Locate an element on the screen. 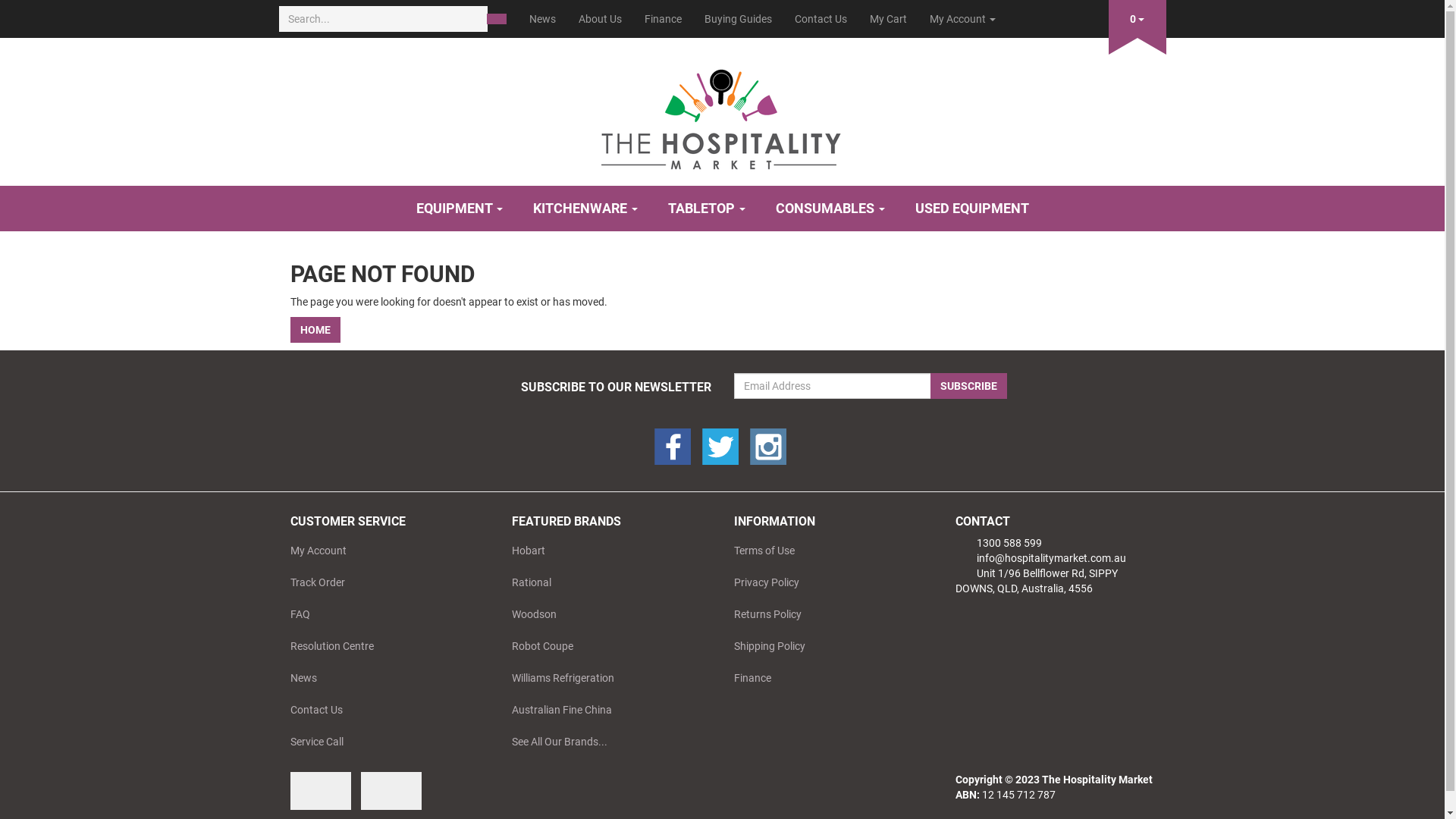 This screenshot has width=1456, height=819. 'KITCHENWARE' is located at coordinates (584, 208).